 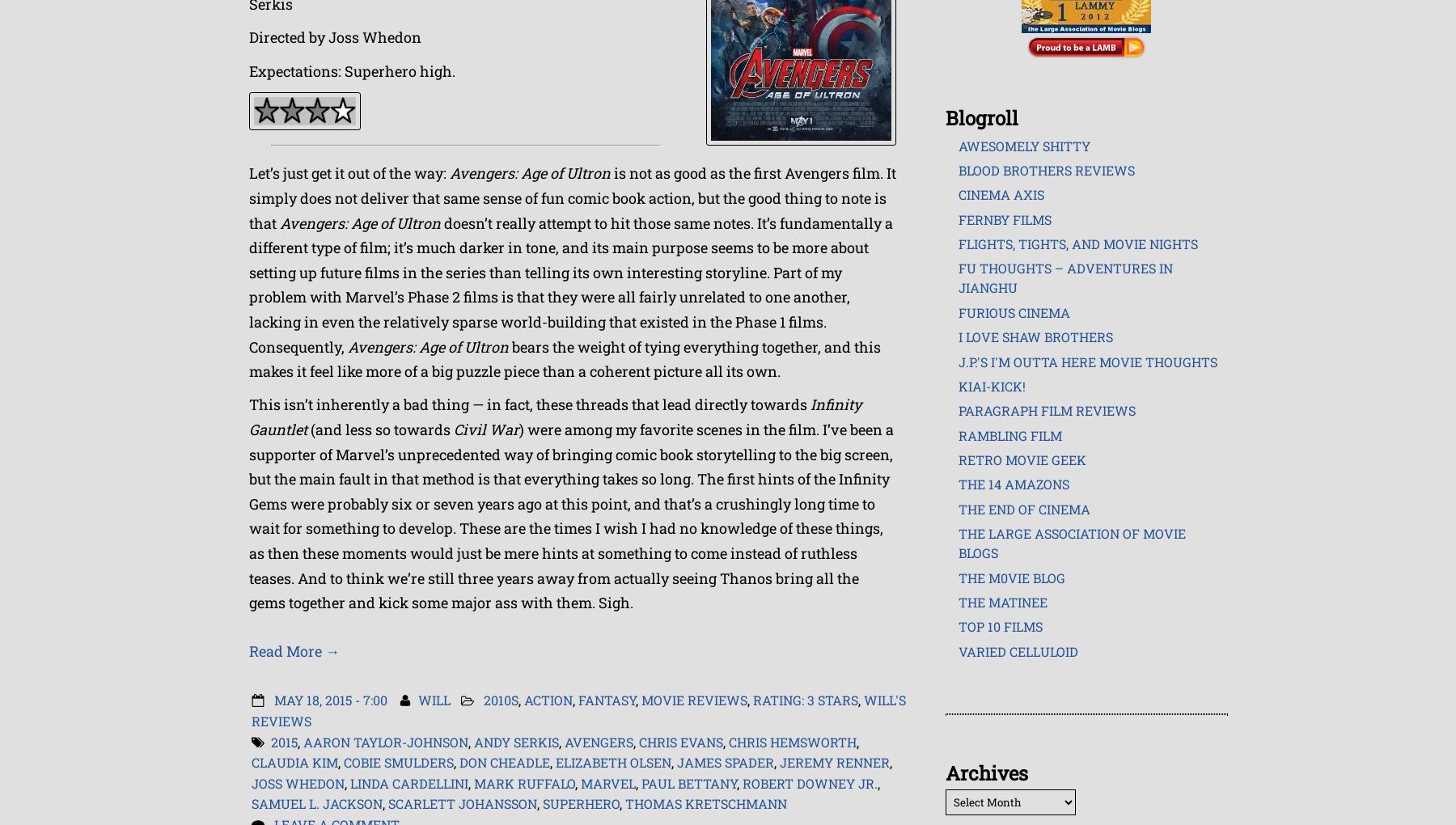 I want to click on 'Elizabeth Olsen', so click(x=612, y=761).